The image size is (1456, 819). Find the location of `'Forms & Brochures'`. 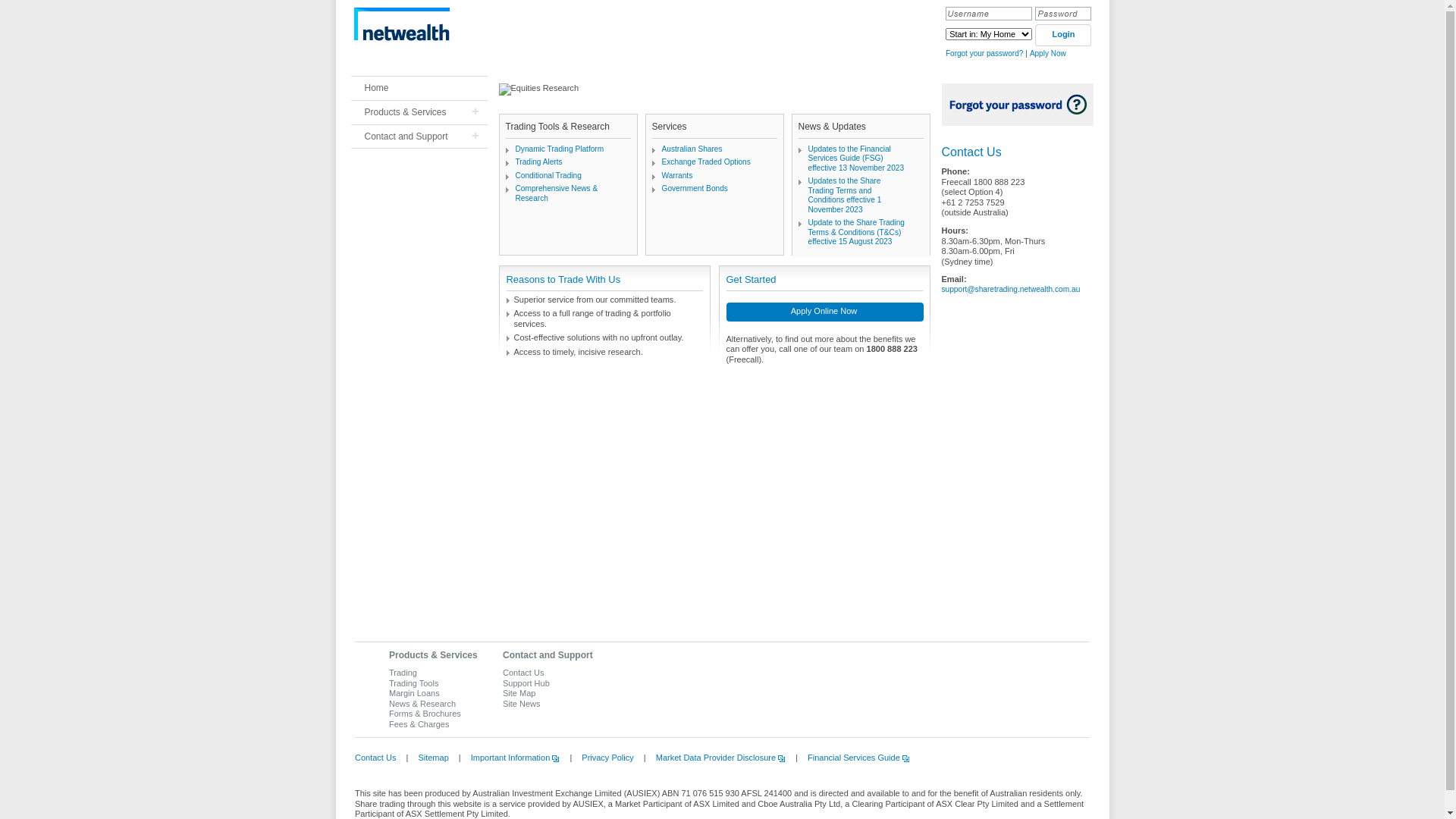

'Forms & Brochures' is located at coordinates (425, 714).